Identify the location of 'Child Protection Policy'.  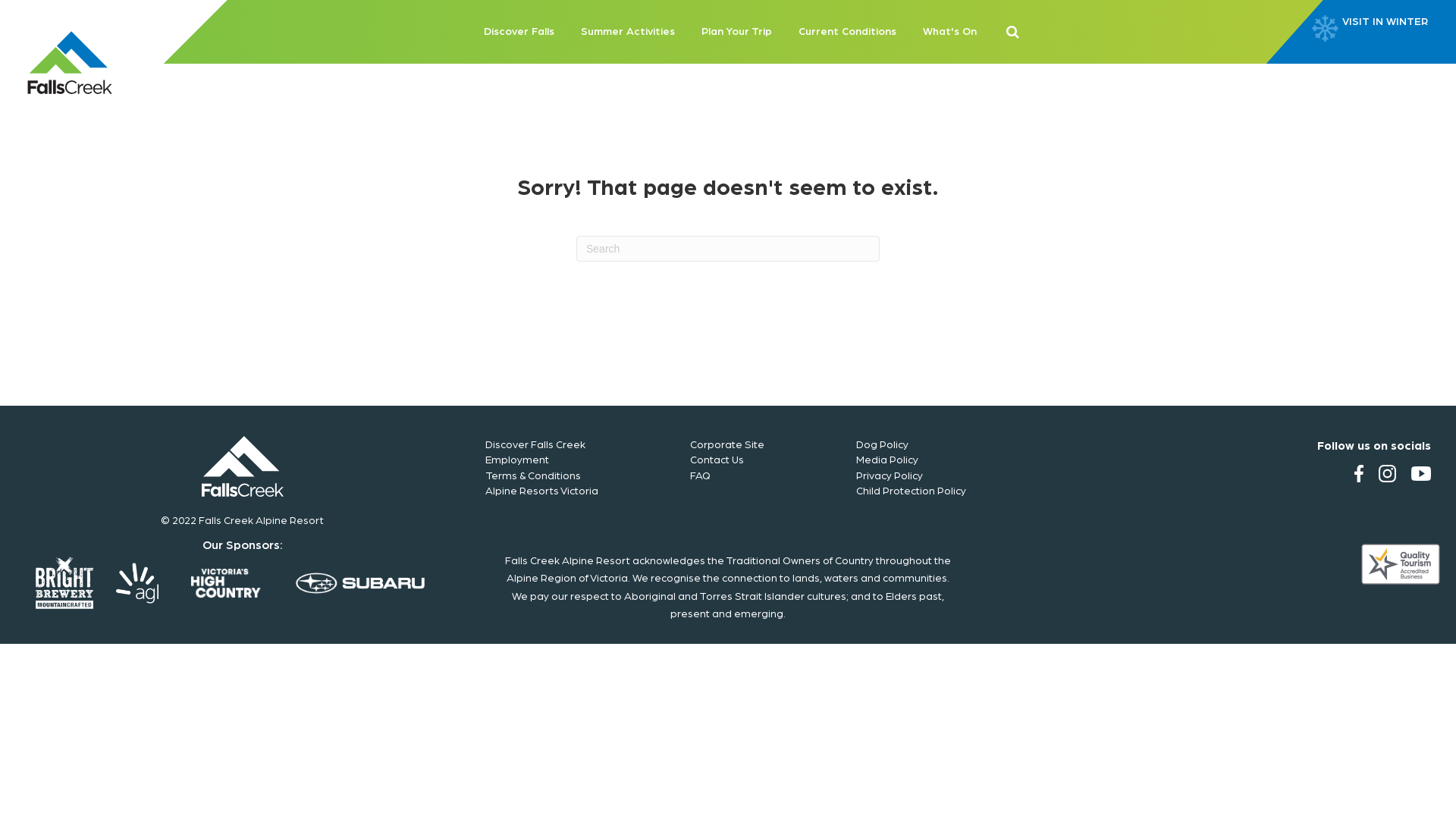
(855, 489).